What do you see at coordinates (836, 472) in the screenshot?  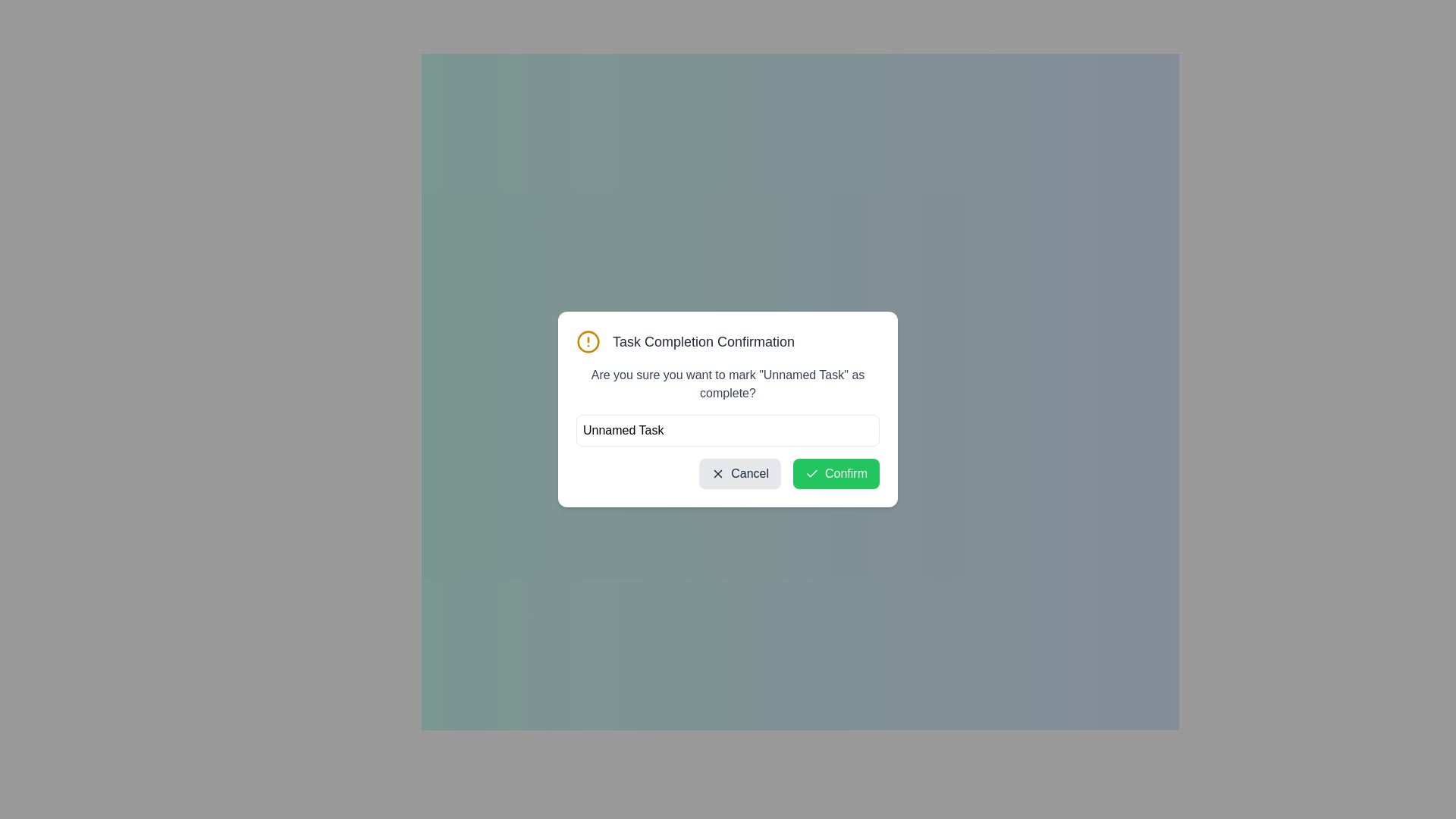 I see `the confirmation button located at the bottom-right of the dialog box` at bounding box center [836, 472].